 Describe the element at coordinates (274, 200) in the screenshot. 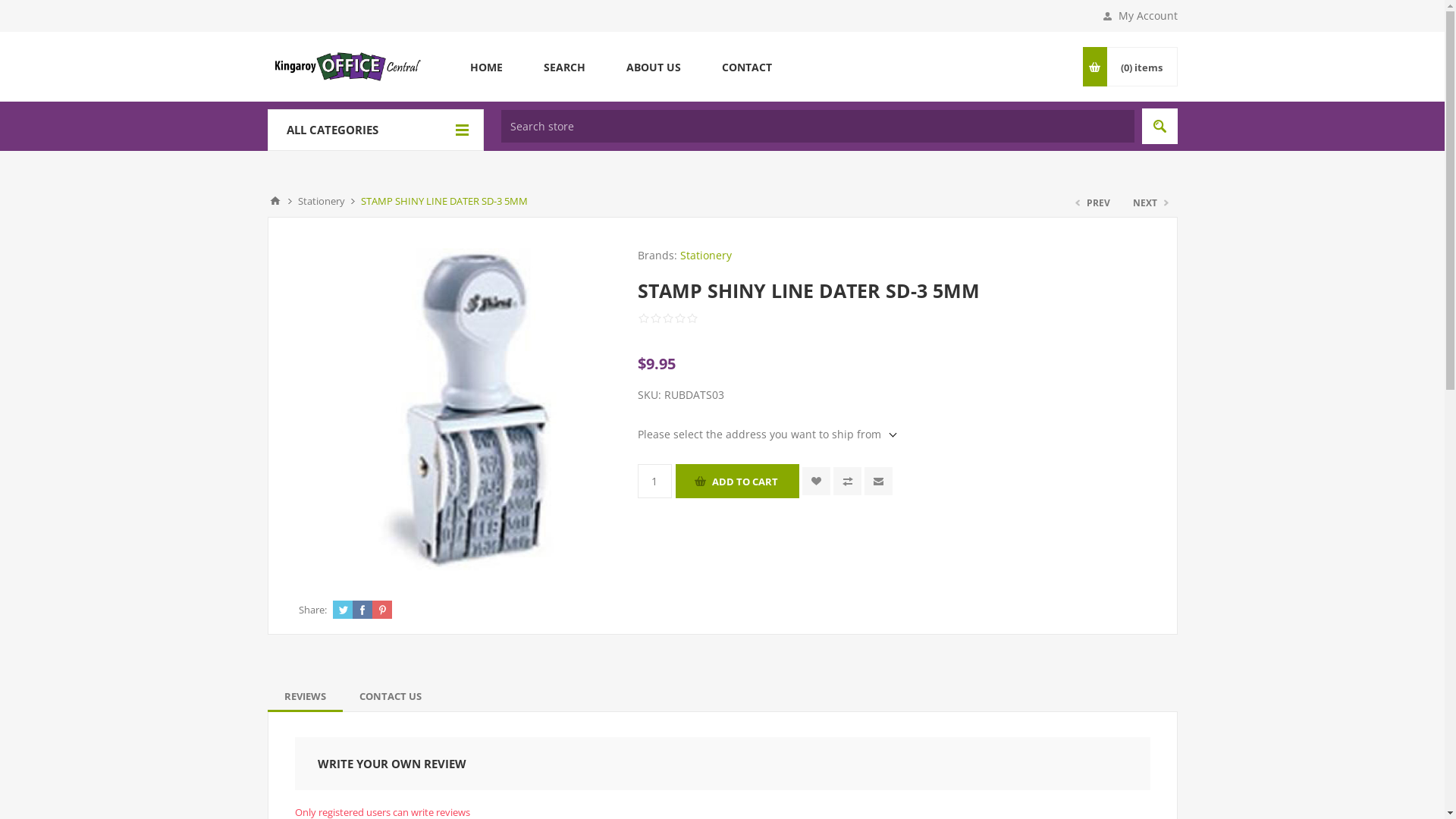

I see `'Home'` at that location.